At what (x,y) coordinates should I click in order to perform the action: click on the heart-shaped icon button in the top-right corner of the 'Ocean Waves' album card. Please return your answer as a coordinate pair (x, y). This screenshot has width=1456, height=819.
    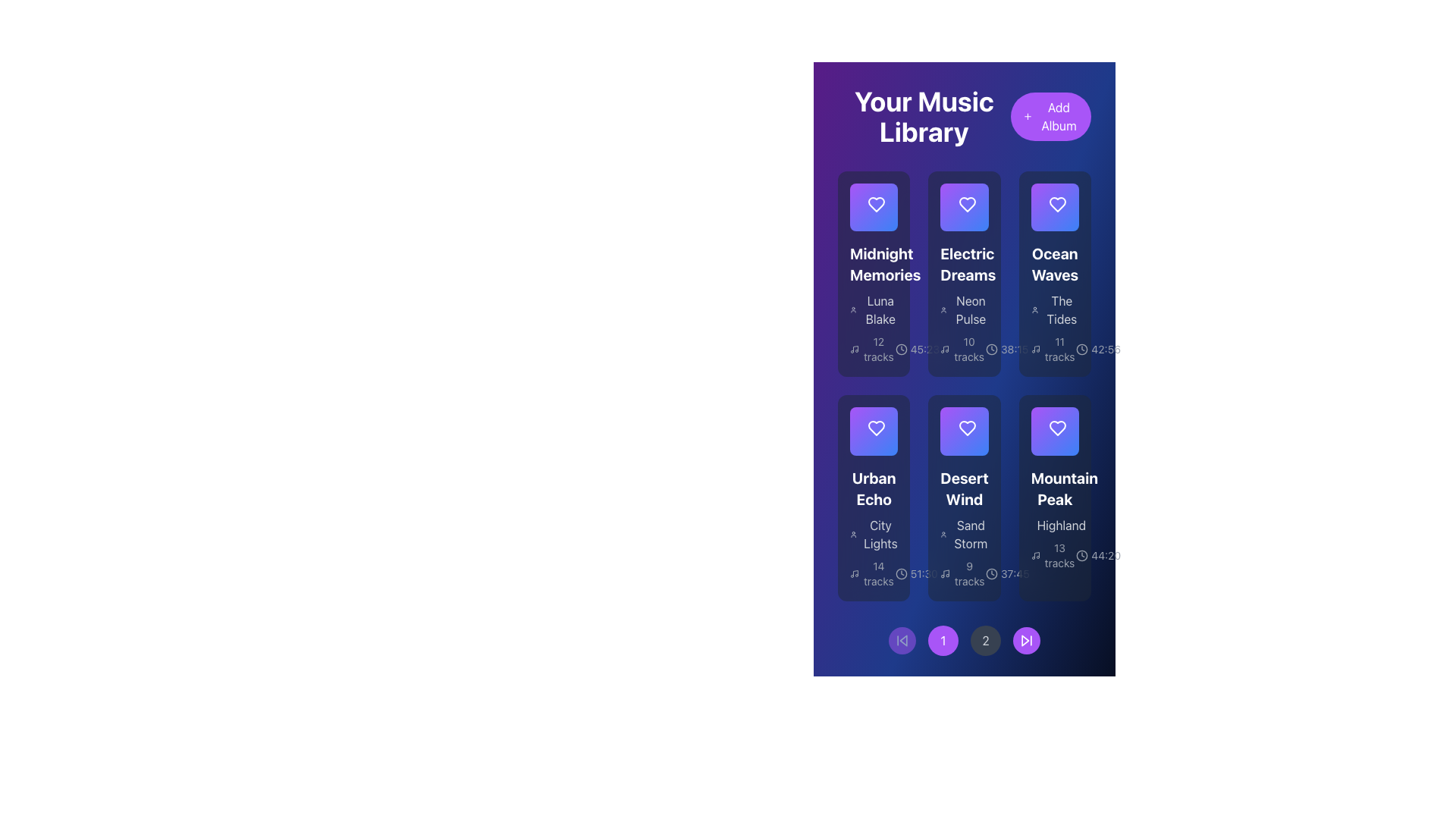
    Looking at the image, I should click on (1057, 207).